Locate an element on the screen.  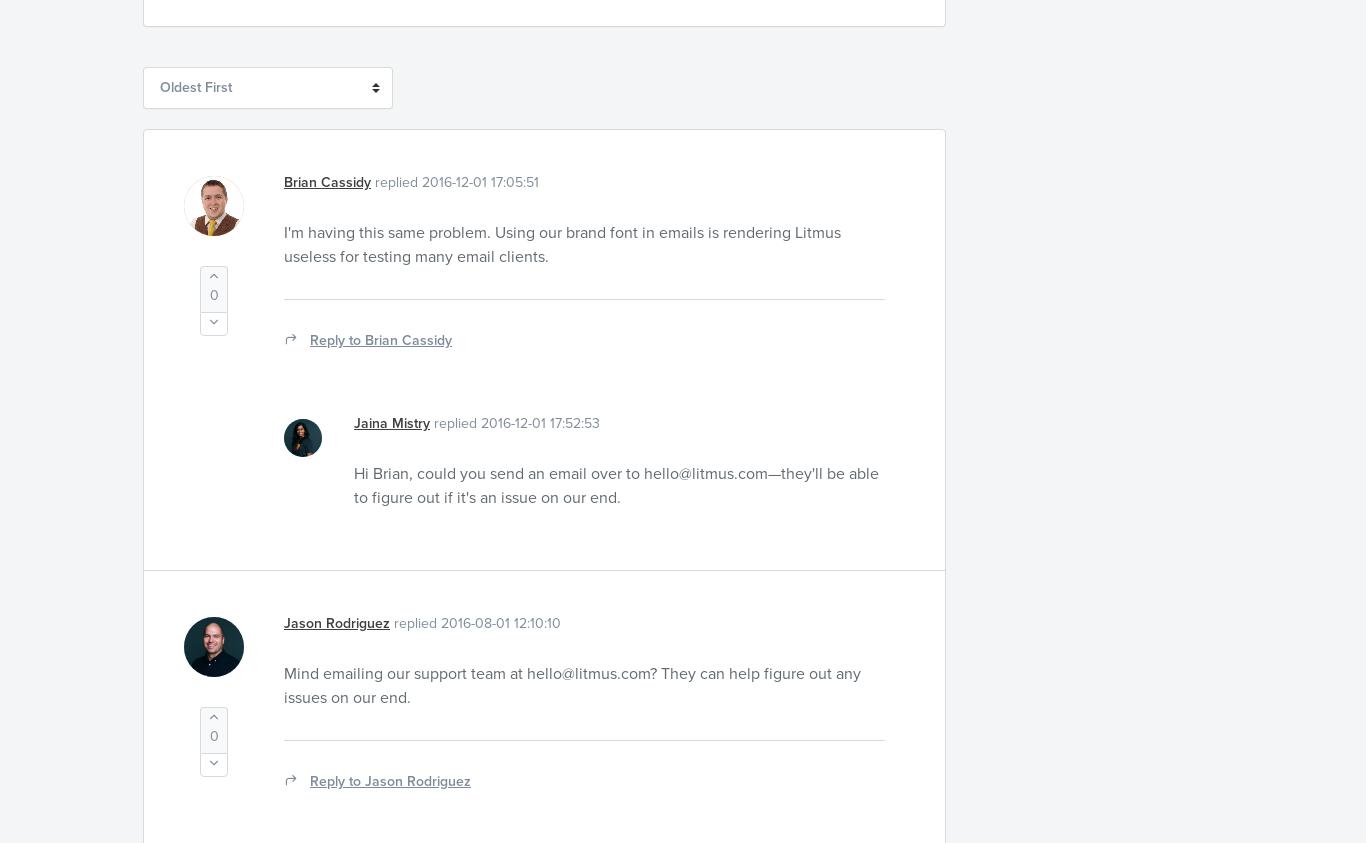
'2016-12-01 17:05:51' is located at coordinates (480, 181).